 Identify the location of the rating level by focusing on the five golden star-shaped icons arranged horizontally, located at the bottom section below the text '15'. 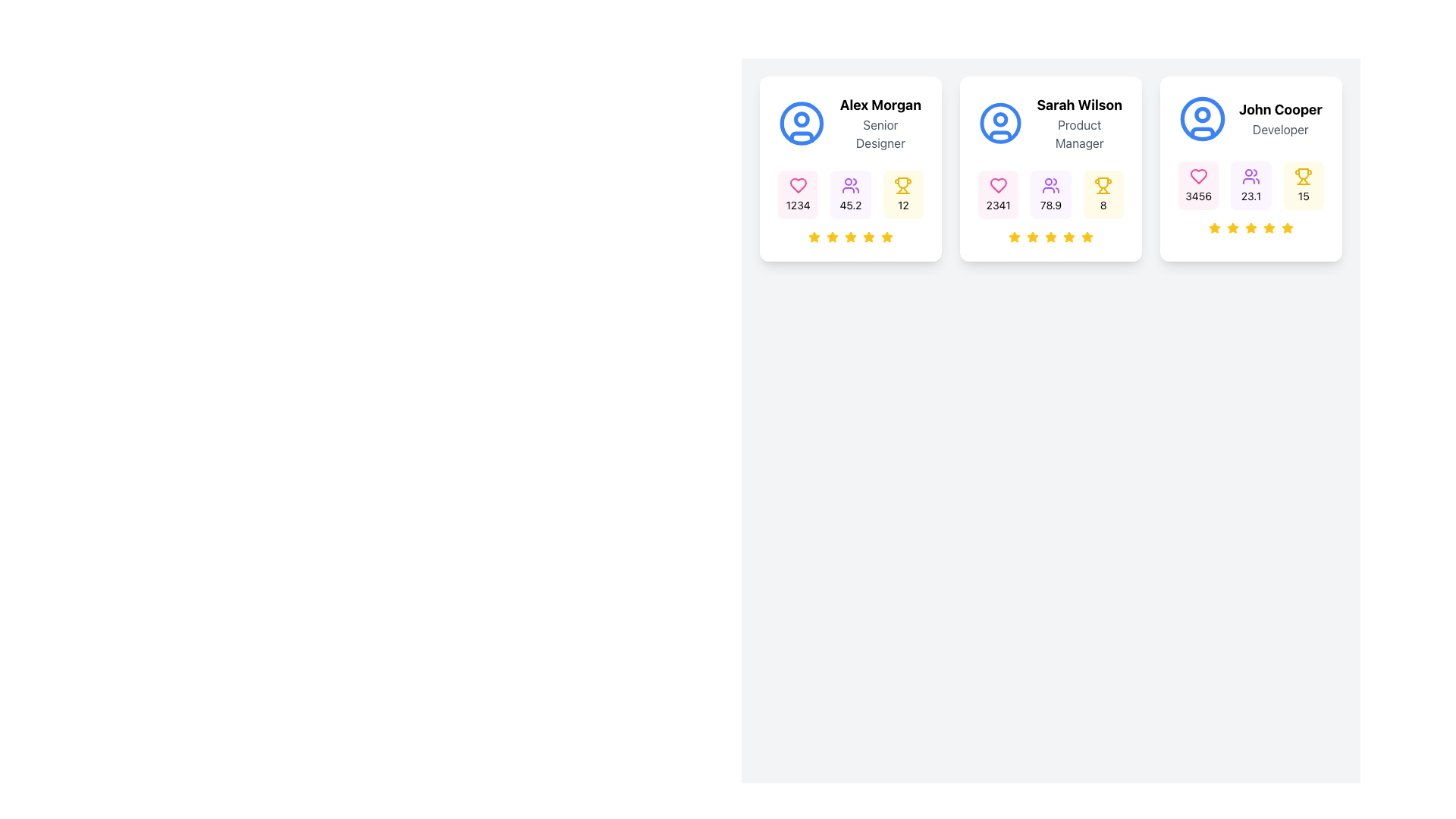
(1251, 227).